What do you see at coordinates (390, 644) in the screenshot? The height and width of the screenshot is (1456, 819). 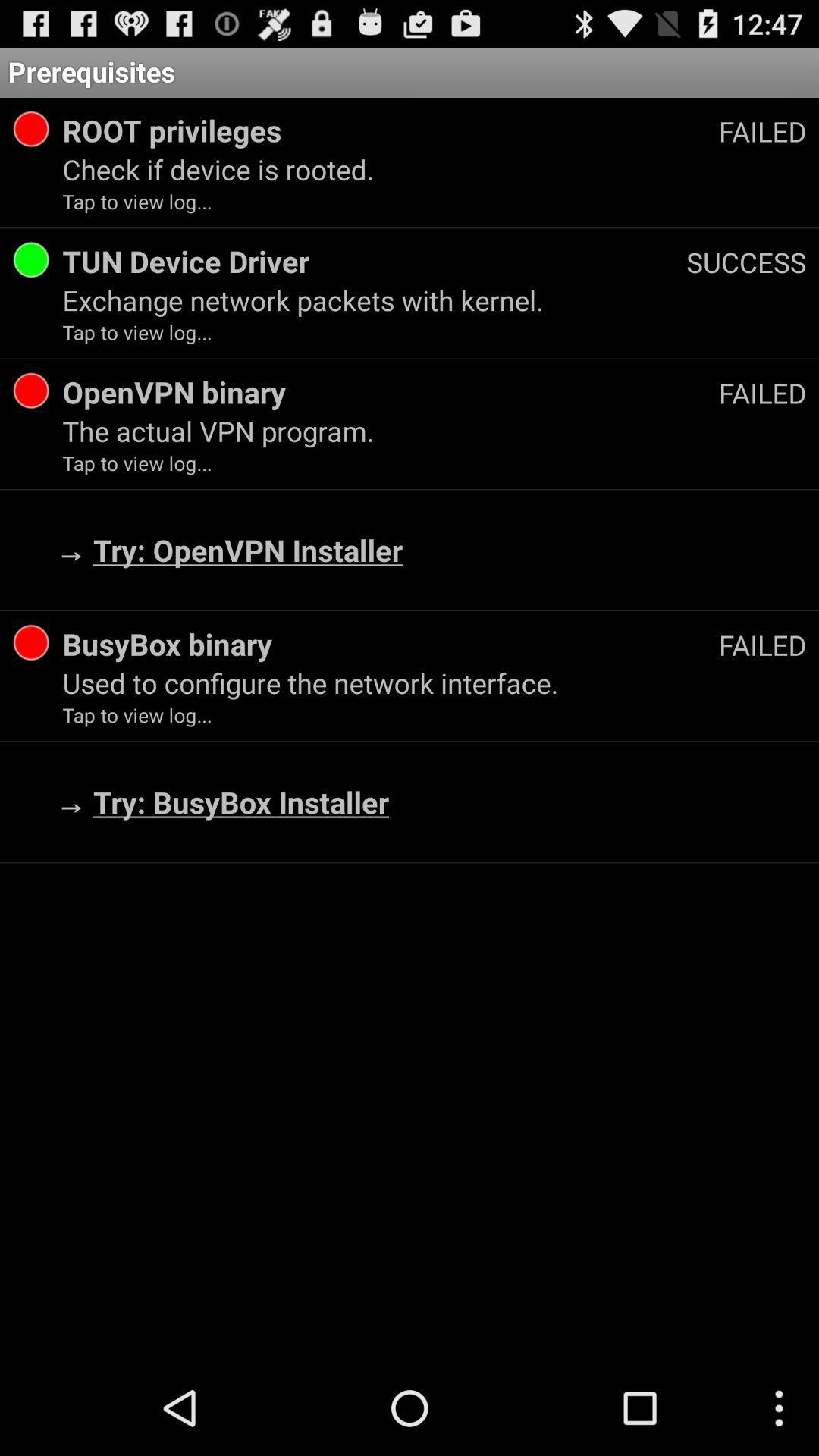 I see `app next to the failed app` at bounding box center [390, 644].